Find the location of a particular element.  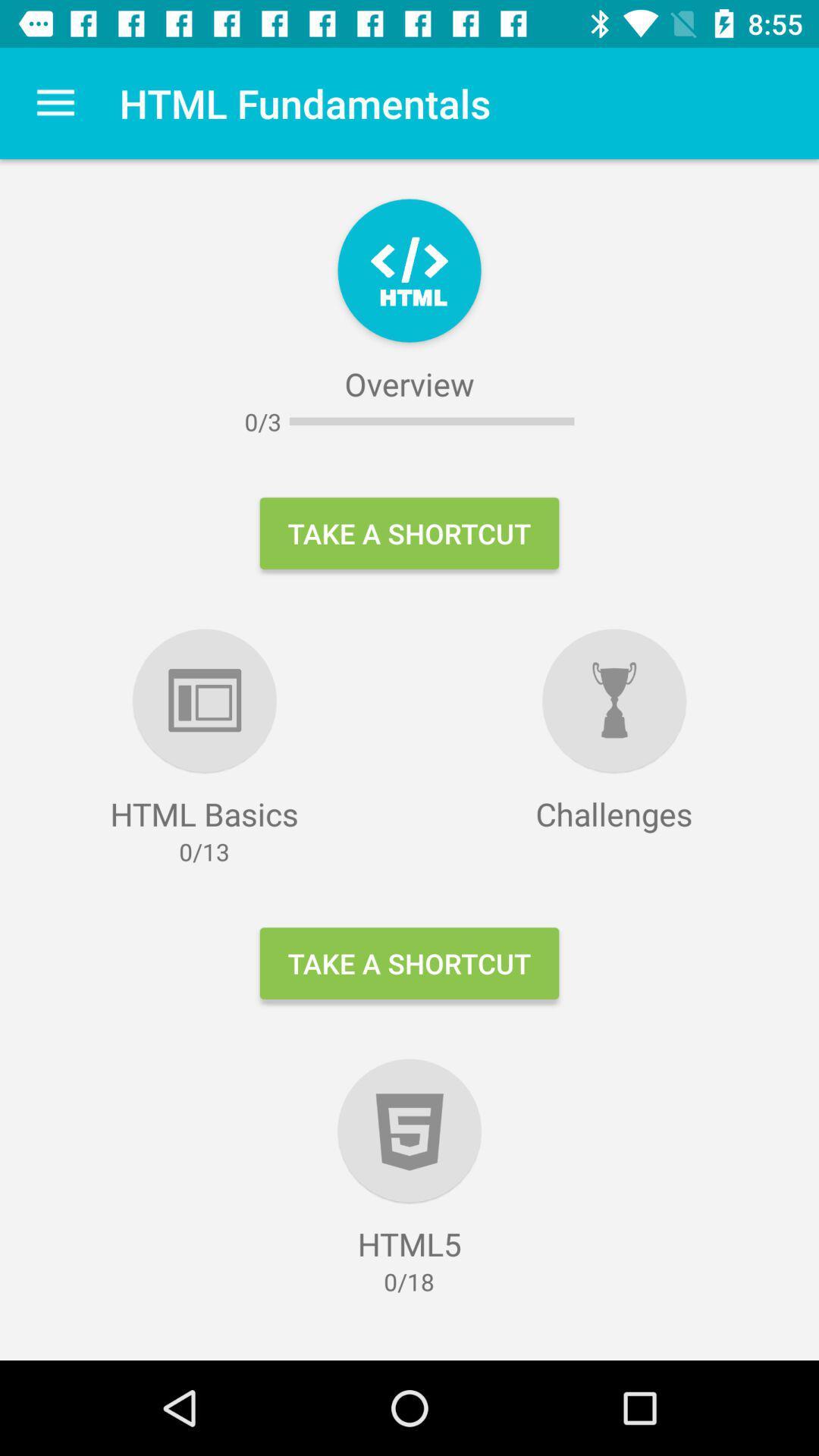

icon above the html basics icon is located at coordinates (55, 102).